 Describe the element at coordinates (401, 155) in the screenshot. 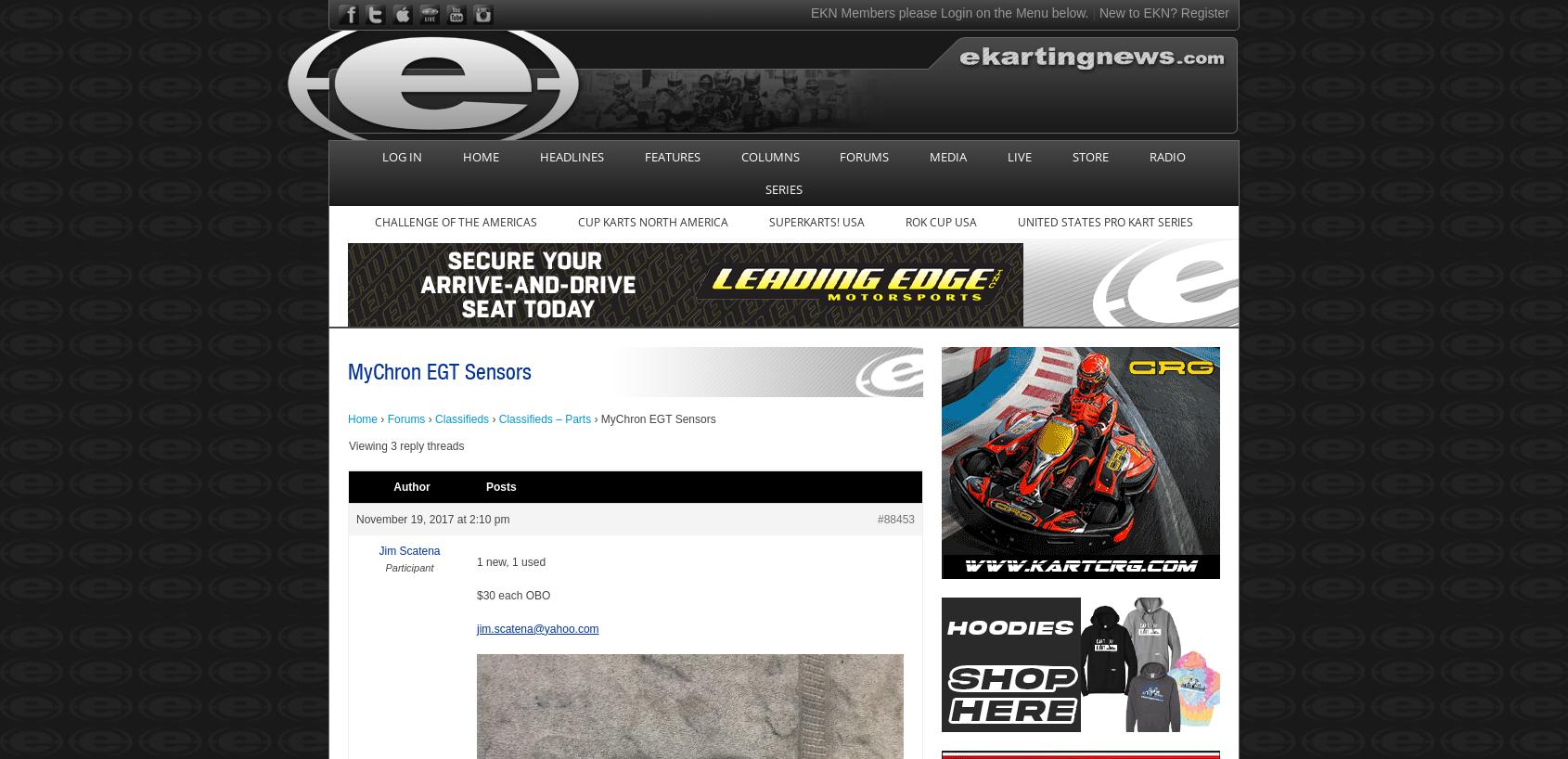

I see `'Log In'` at that location.